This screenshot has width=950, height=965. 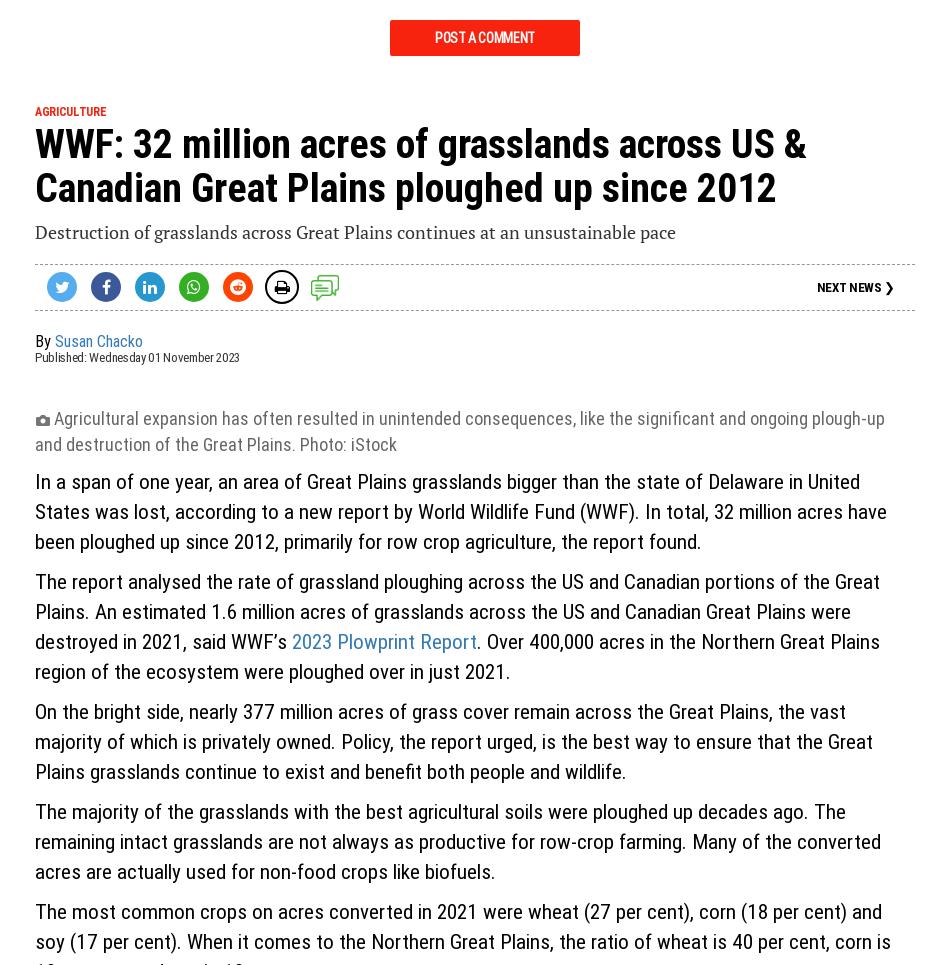 I want to click on '2023 Plowprint Report', so click(x=291, y=642).